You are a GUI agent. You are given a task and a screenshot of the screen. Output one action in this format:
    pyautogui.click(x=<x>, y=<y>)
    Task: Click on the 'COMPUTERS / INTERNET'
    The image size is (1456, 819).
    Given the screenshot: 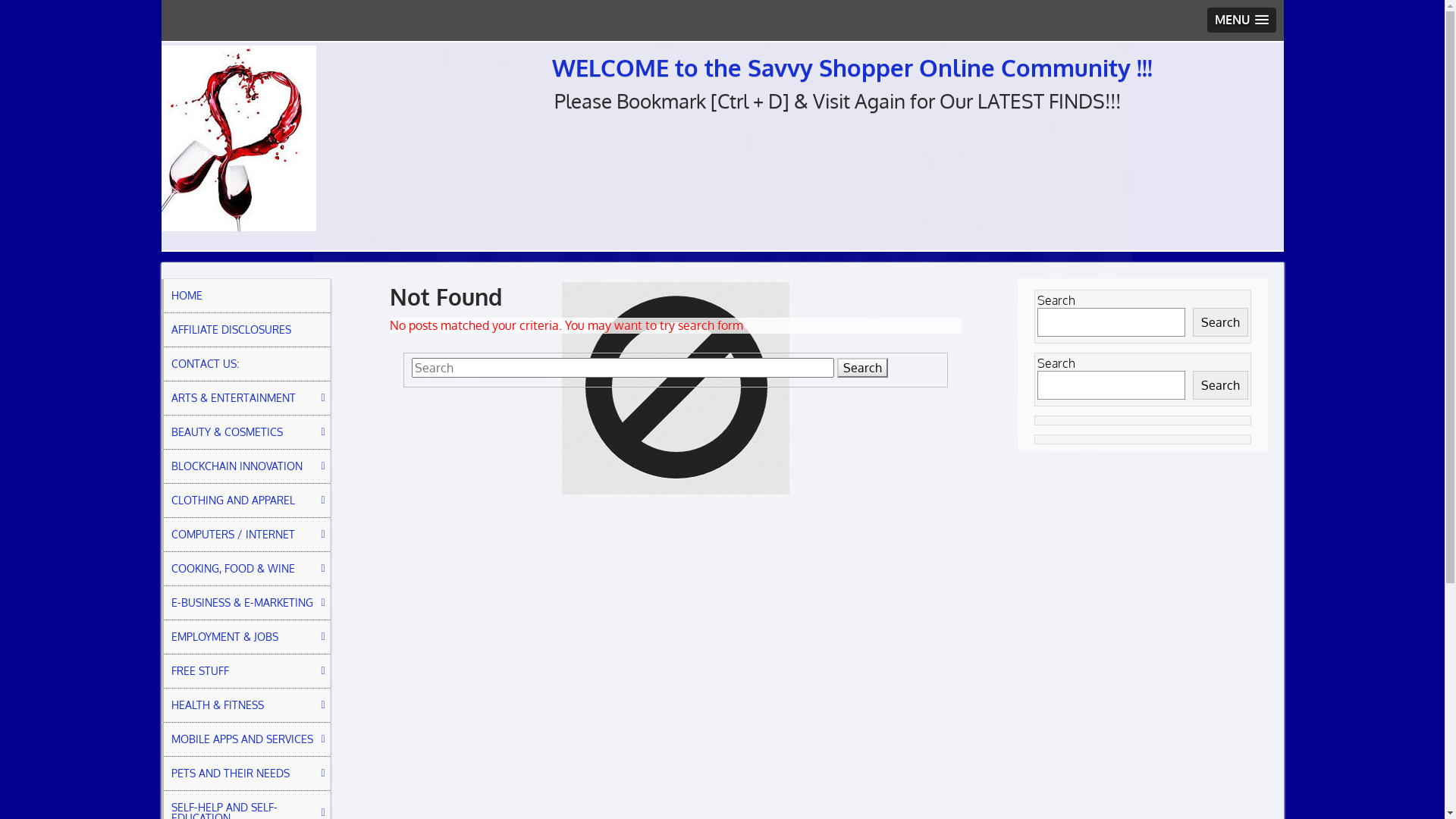 What is the action you would take?
    pyautogui.click(x=246, y=534)
    